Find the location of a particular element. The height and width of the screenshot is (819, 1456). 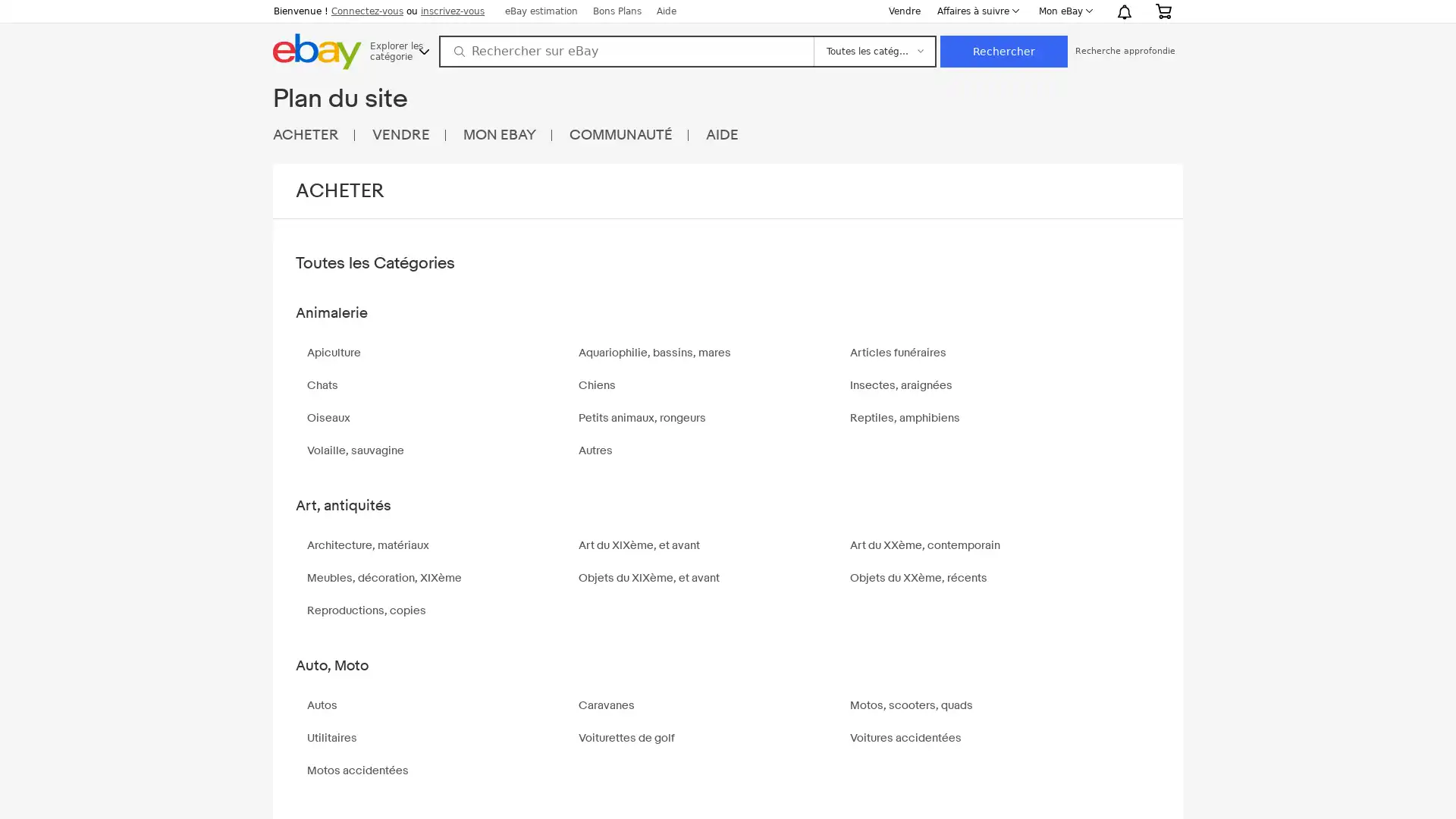

Explorer les categorie is located at coordinates (400, 49).